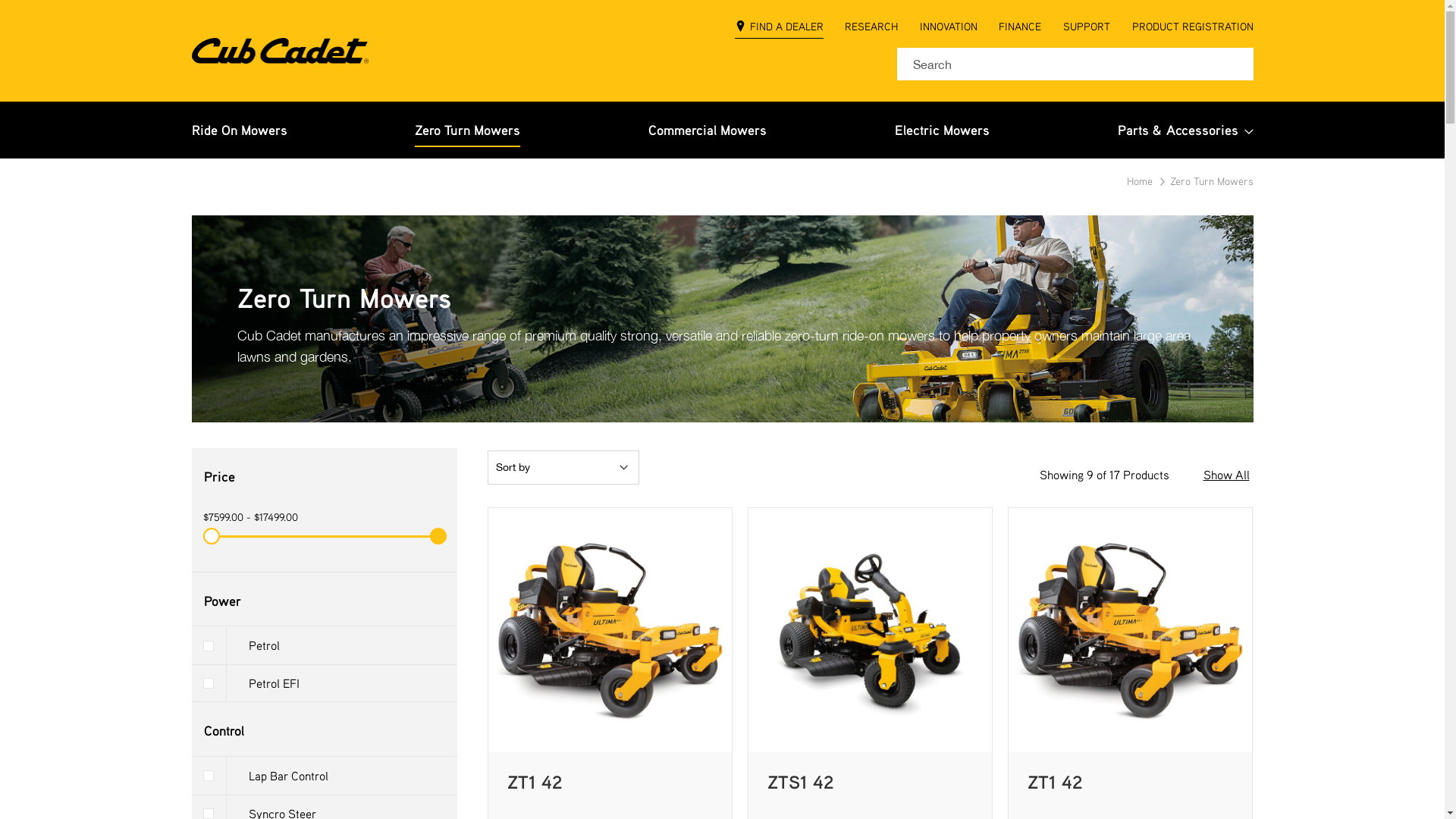 This screenshot has height=819, width=1456. I want to click on 'SUPPORT', so click(1086, 28).